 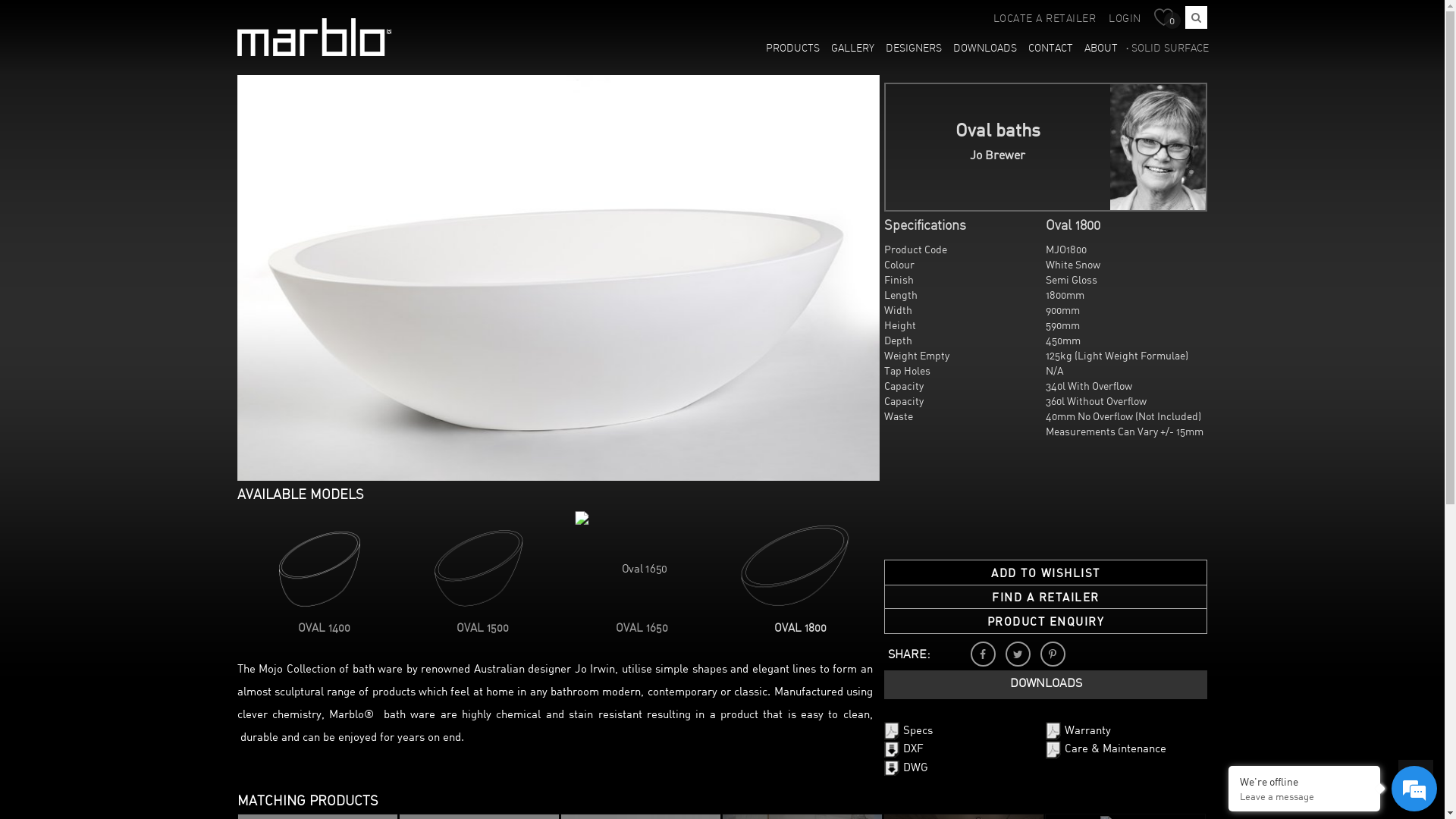 I want to click on 'DESIGNERS', so click(x=913, y=49).